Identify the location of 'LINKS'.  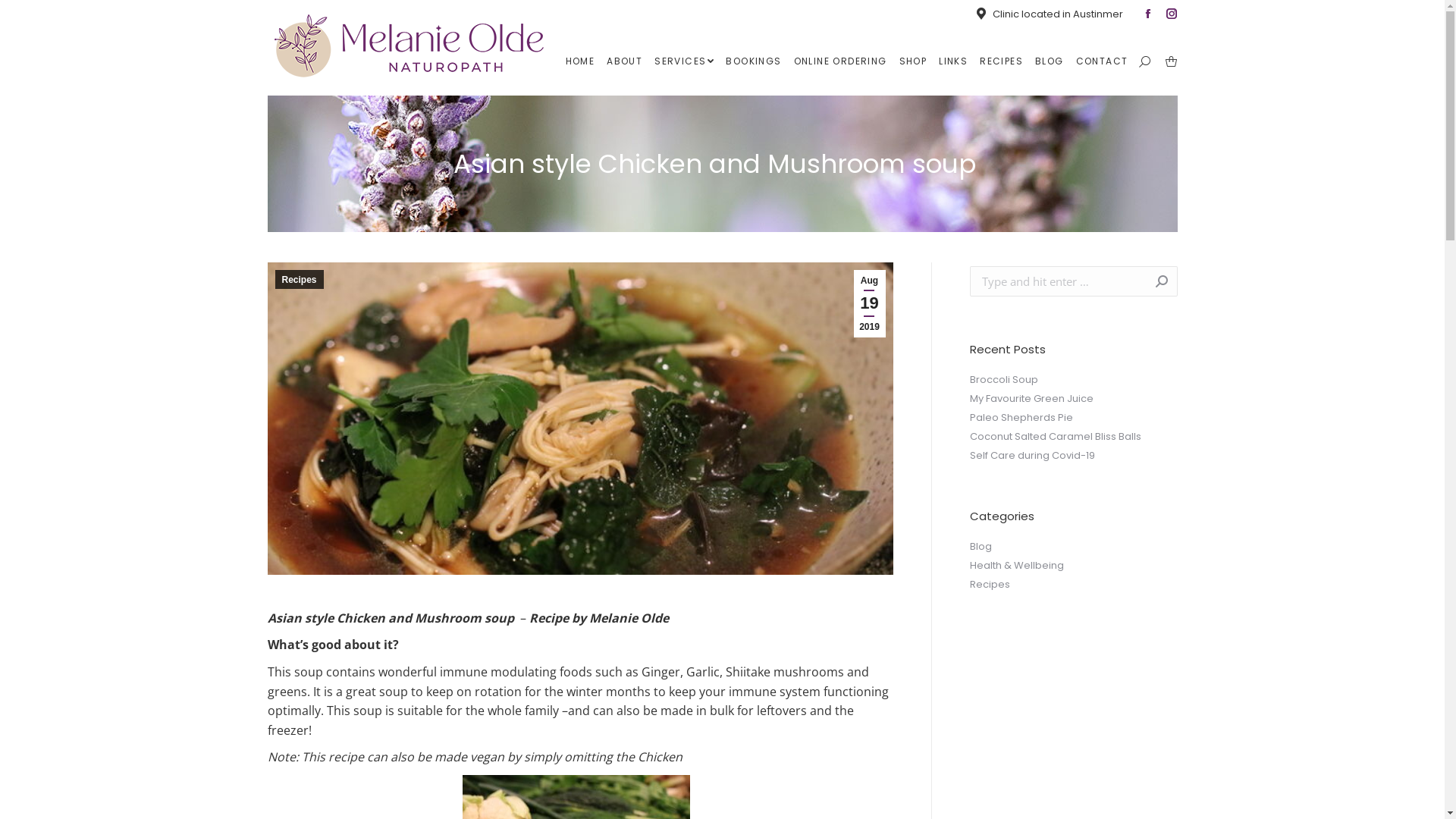
(934, 61).